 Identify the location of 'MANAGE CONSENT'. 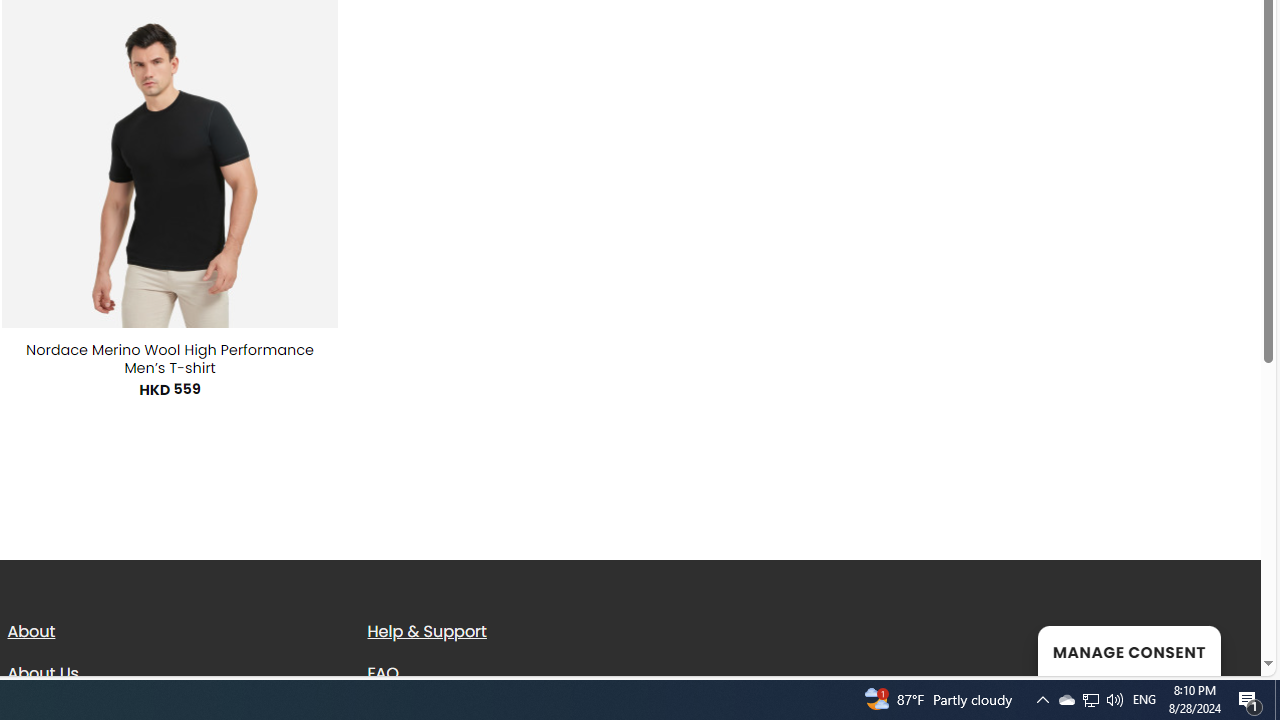
(1128, 650).